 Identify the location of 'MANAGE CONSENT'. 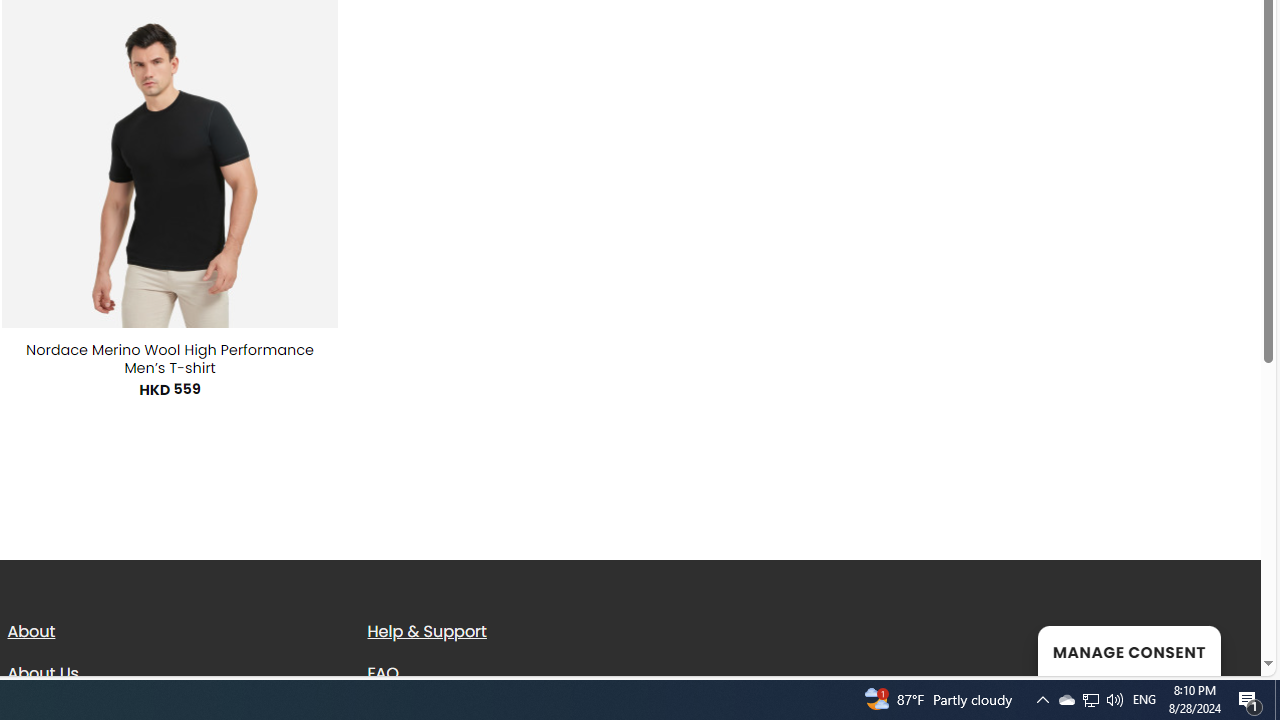
(1128, 650).